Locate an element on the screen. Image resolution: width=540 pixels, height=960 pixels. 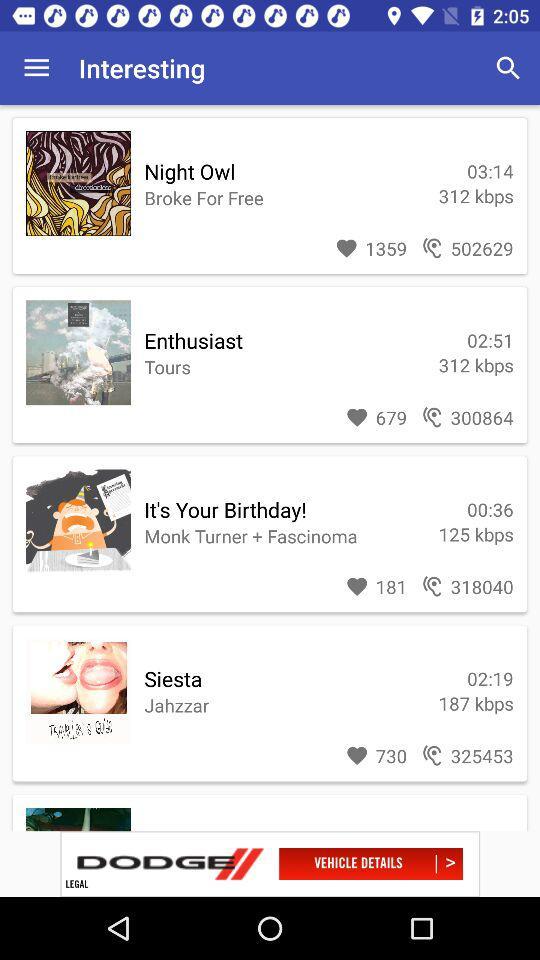
advertiment is located at coordinates (270, 863).